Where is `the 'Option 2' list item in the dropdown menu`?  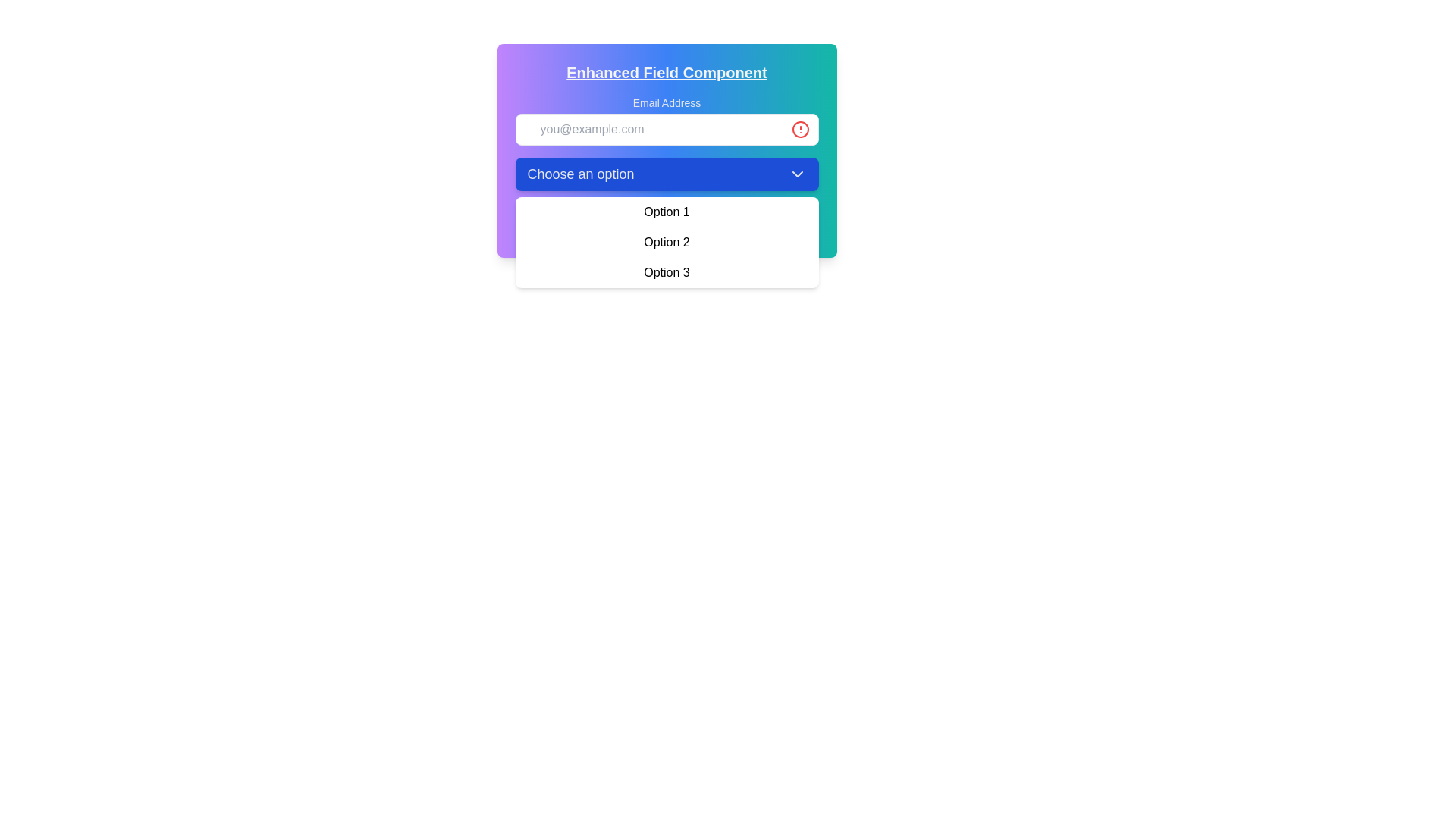 the 'Option 2' list item in the dropdown menu is located at coordinates (667, 242).